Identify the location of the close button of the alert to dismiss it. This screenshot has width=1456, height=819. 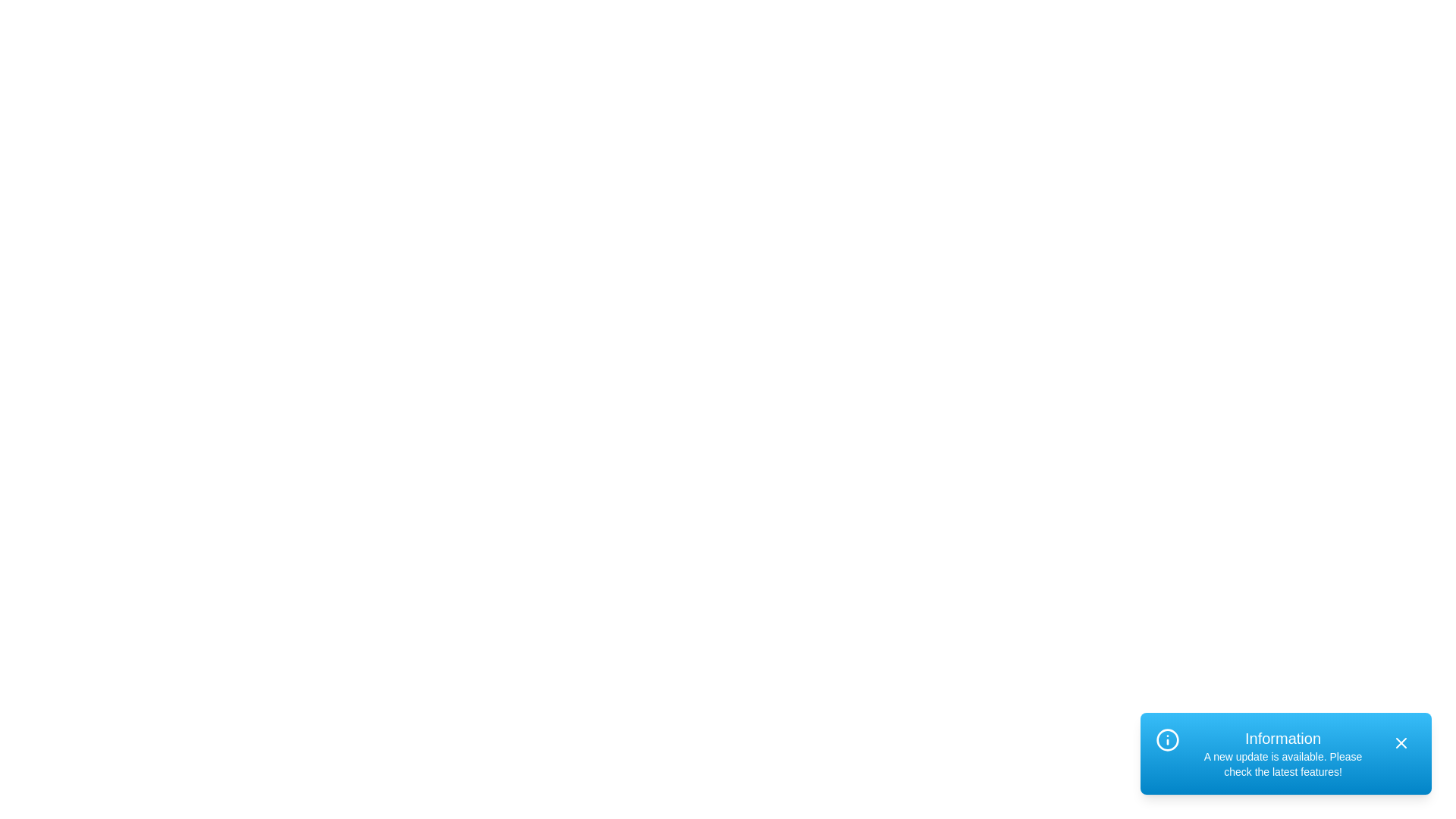
(1401, 742).